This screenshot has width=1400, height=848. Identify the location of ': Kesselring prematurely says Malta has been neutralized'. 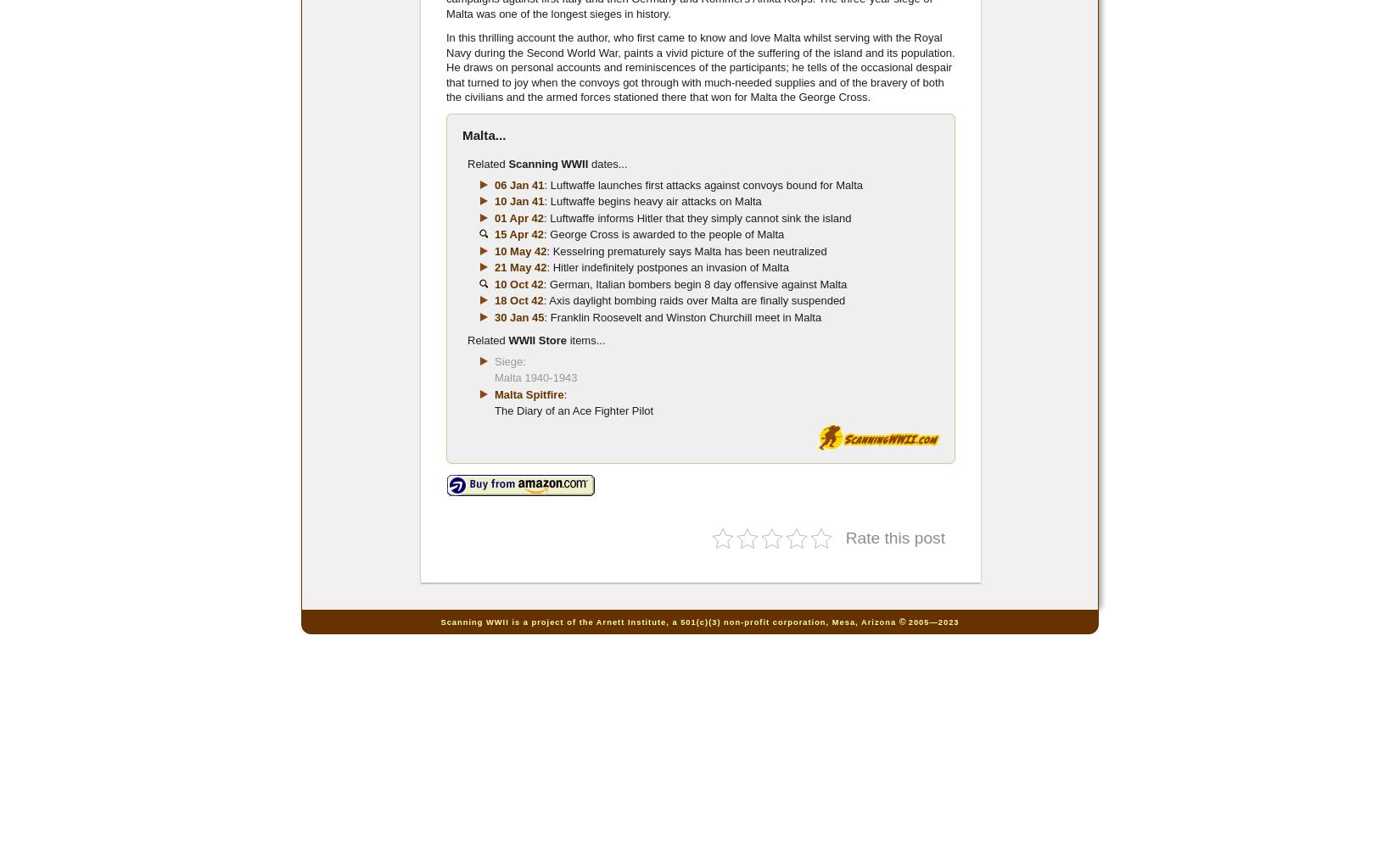
(685, 250).